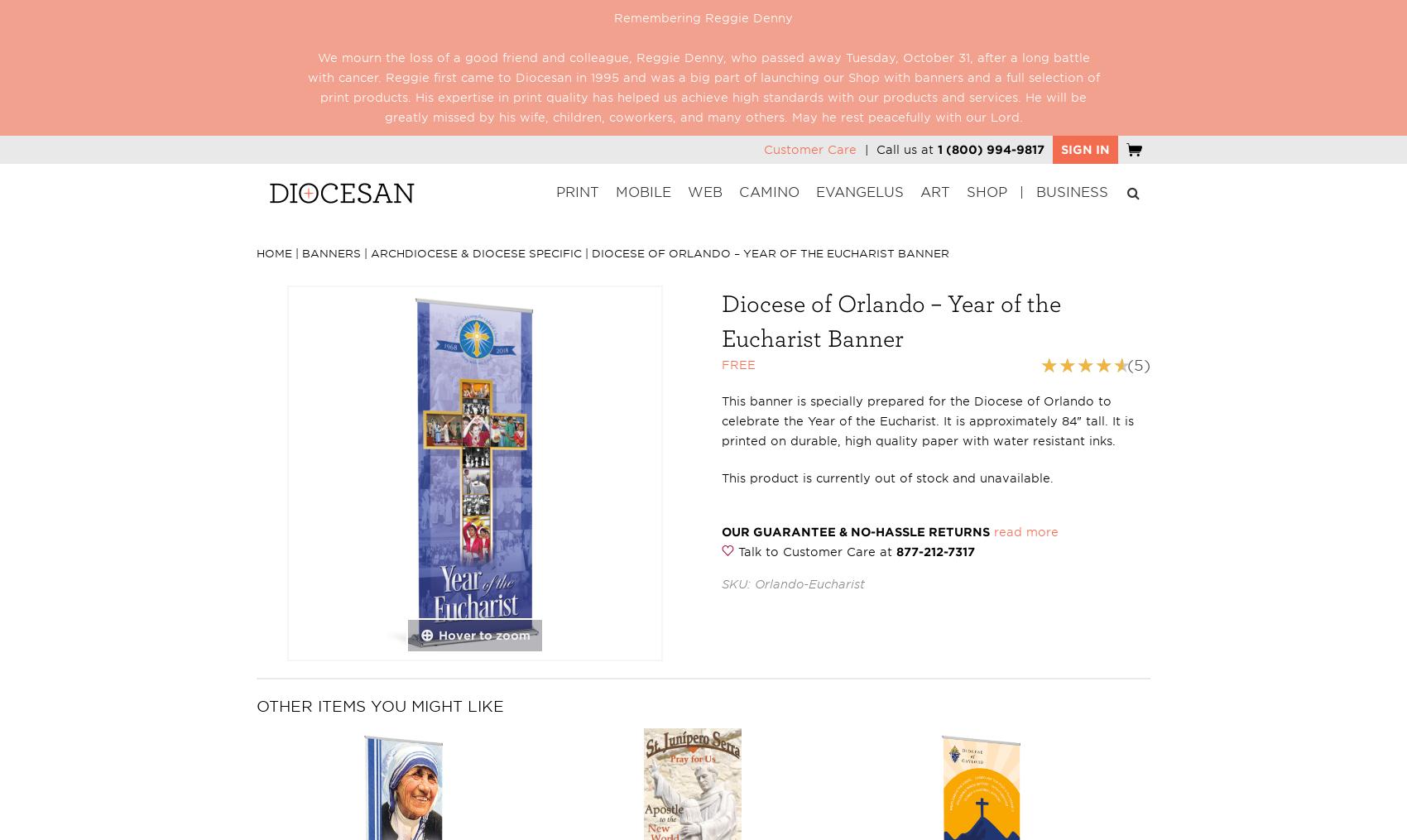 The height and width of the screenshot is (840, 1407). What do you see at coordinates (330, 252) in the screenshot?
I see `'Banners'` at bounding box center [330, 252].